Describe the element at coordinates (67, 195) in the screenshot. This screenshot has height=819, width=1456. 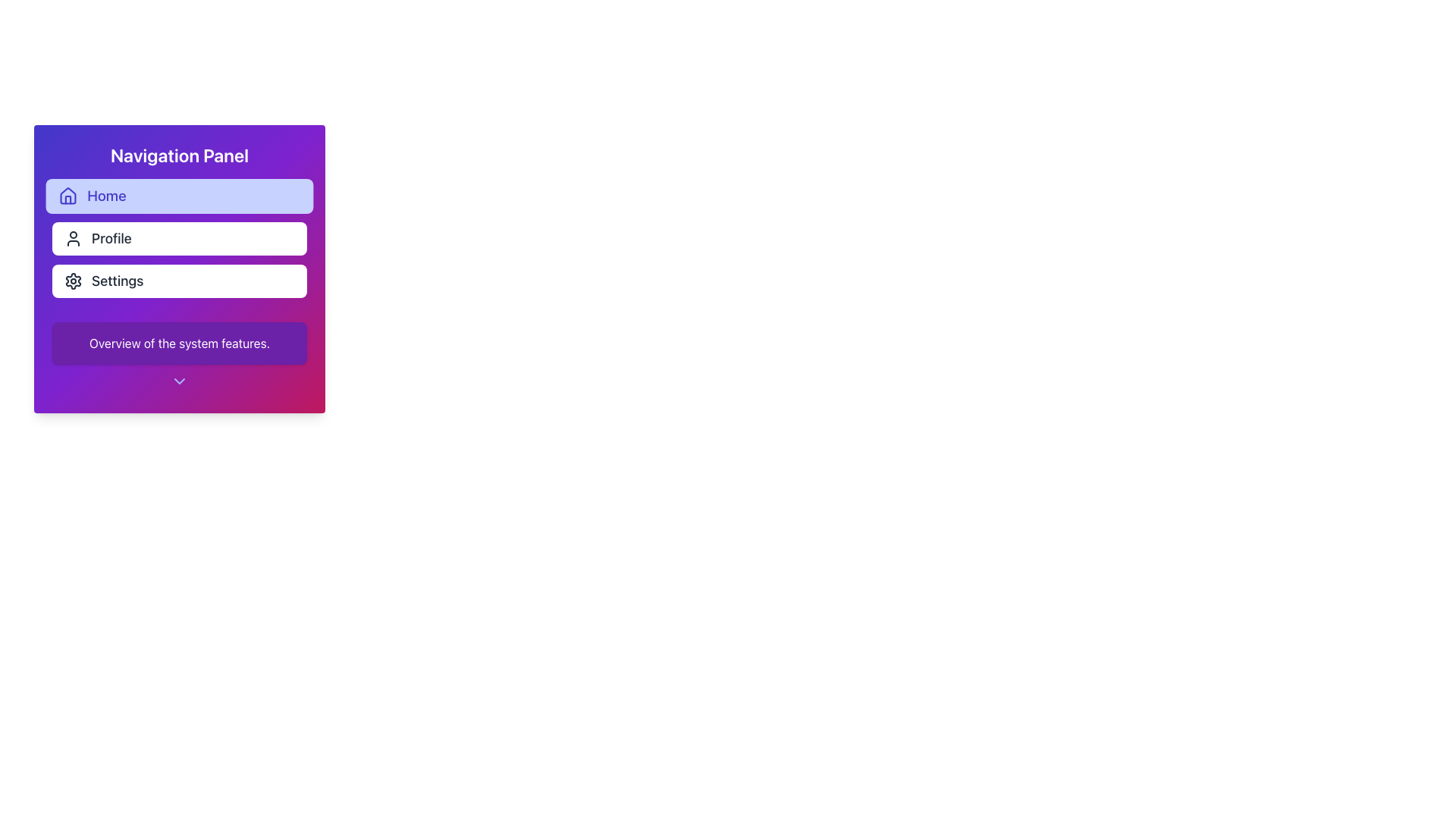
I see `the house-shaped icon located to the left of the 'Home' text in the navigation panel` at that location.